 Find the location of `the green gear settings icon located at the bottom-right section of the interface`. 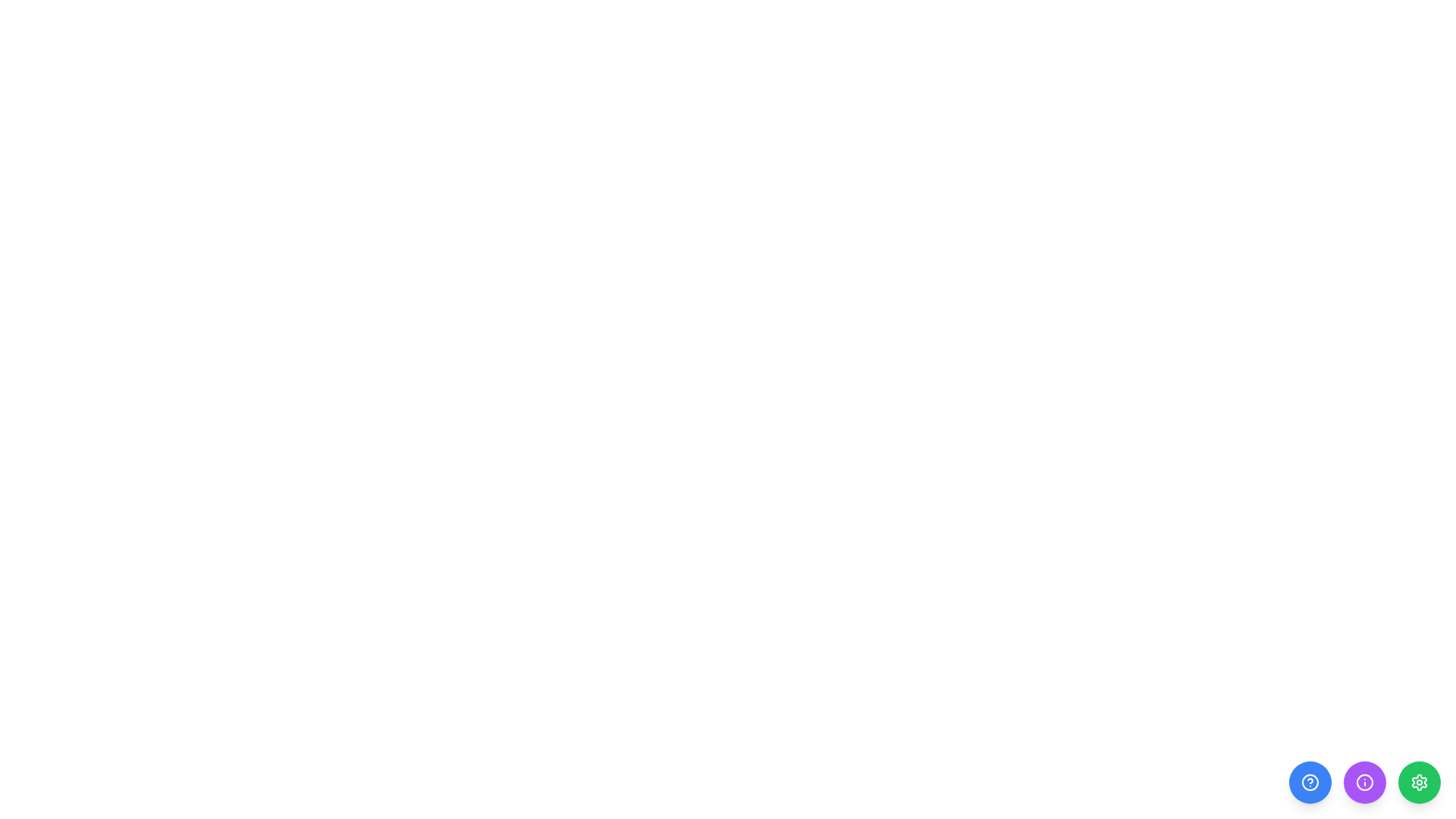

the green gear settings icon located at the bottom-right section of the interface is located at coordinates (1419, 783).